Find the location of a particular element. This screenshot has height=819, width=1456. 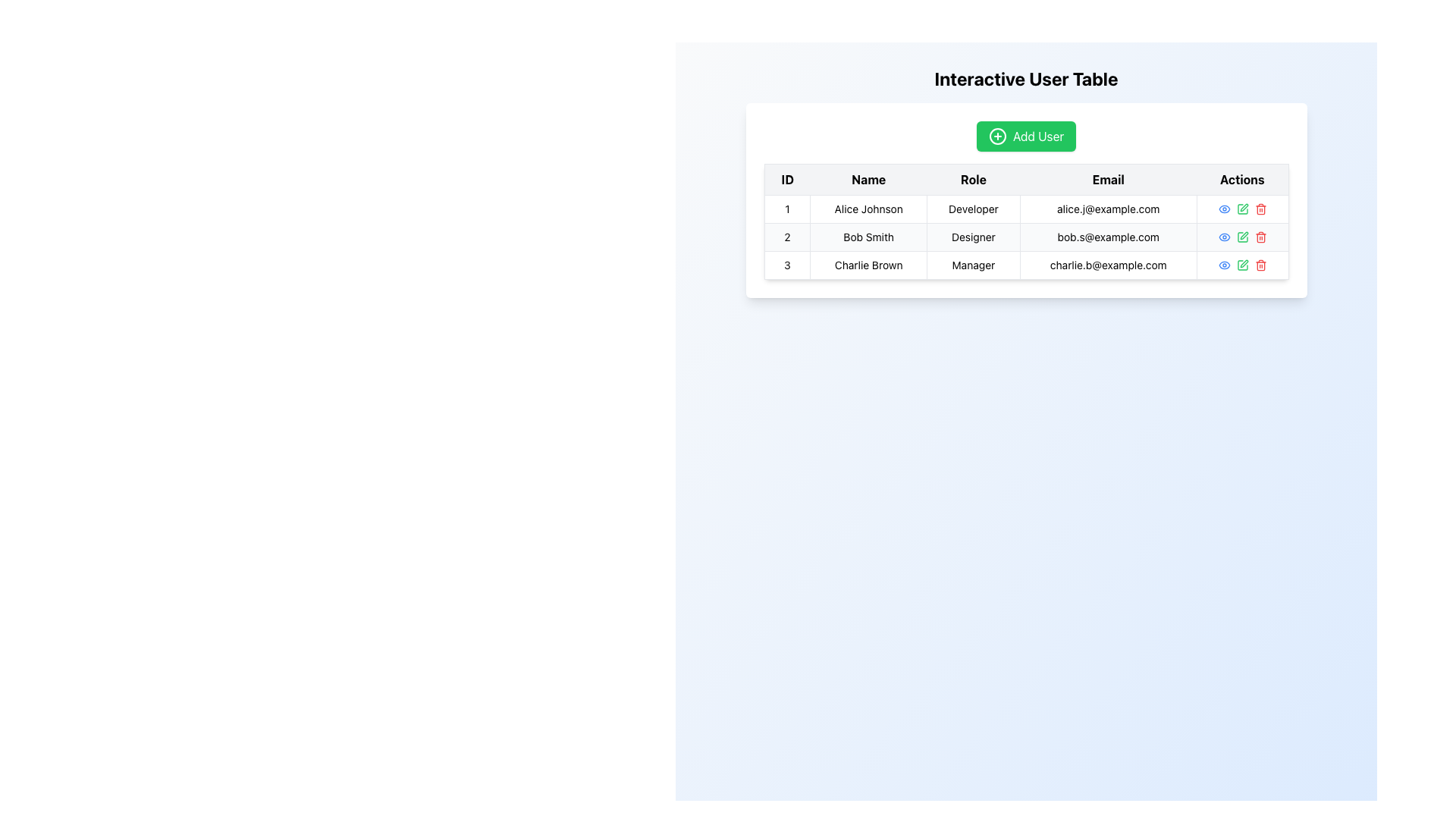

the trash bin icon located in the "Actions" column of the third row of the interactive user table is located at coordinates (1260, 265).